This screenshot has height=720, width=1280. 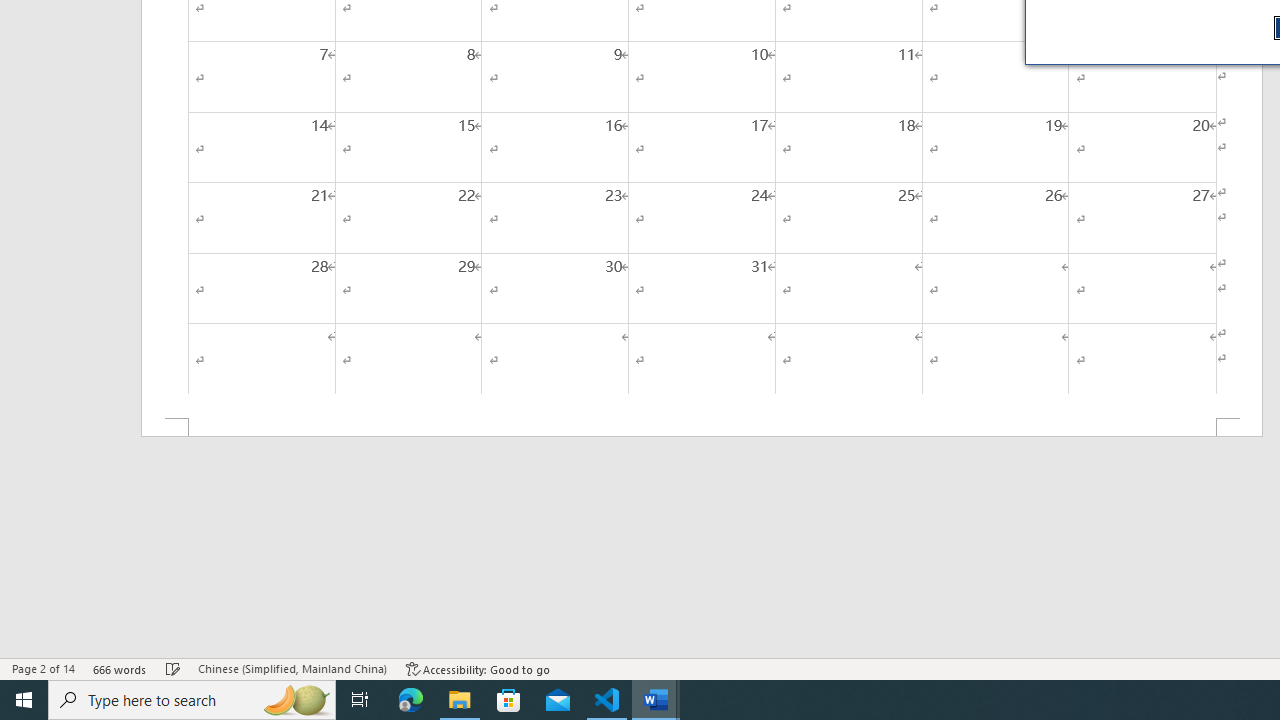 I want to click on 'Spelling and Grammar Check Checking', so click(x=173, y=669).